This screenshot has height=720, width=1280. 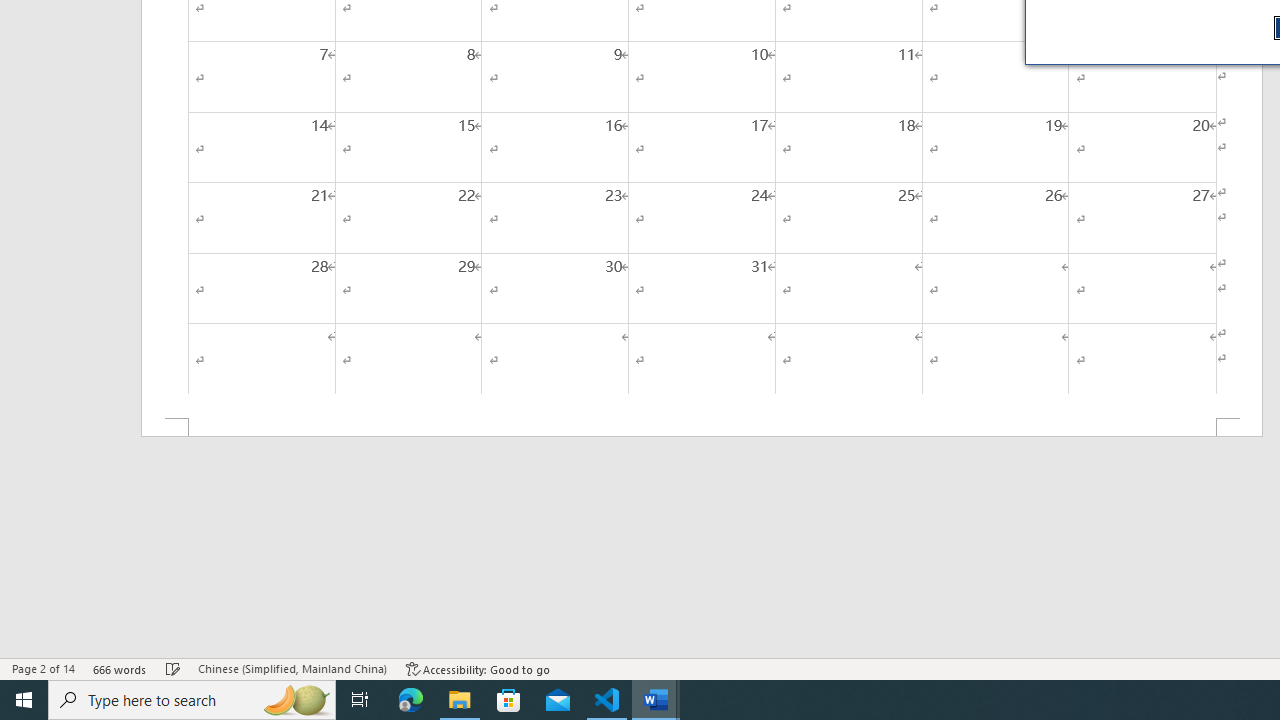 I want to click on 'Spelling and Grammar Check Checking', so click(x=173, y=669).